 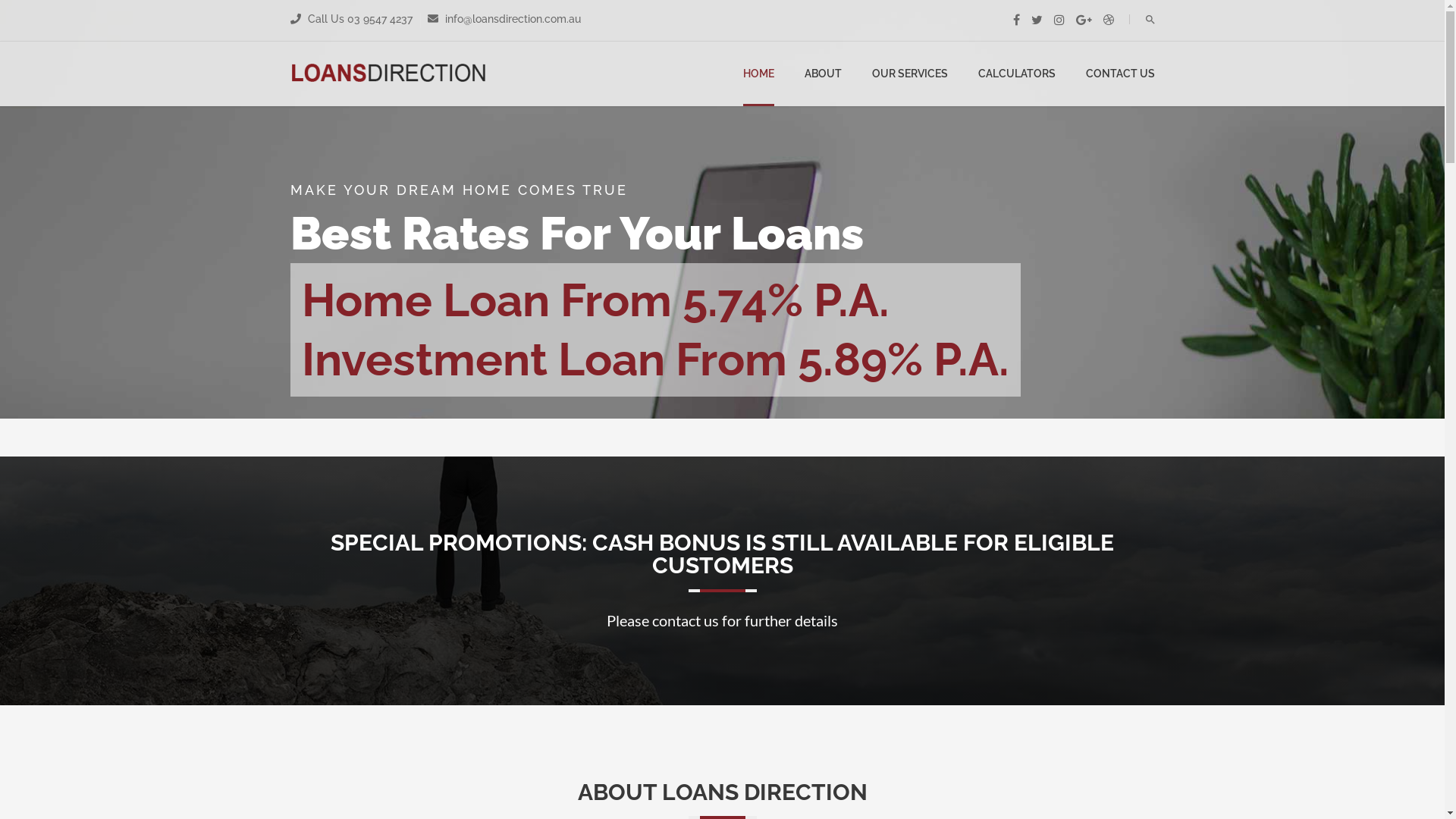 I want to click on 'CALCULATORS', so click(x=978, y=74).